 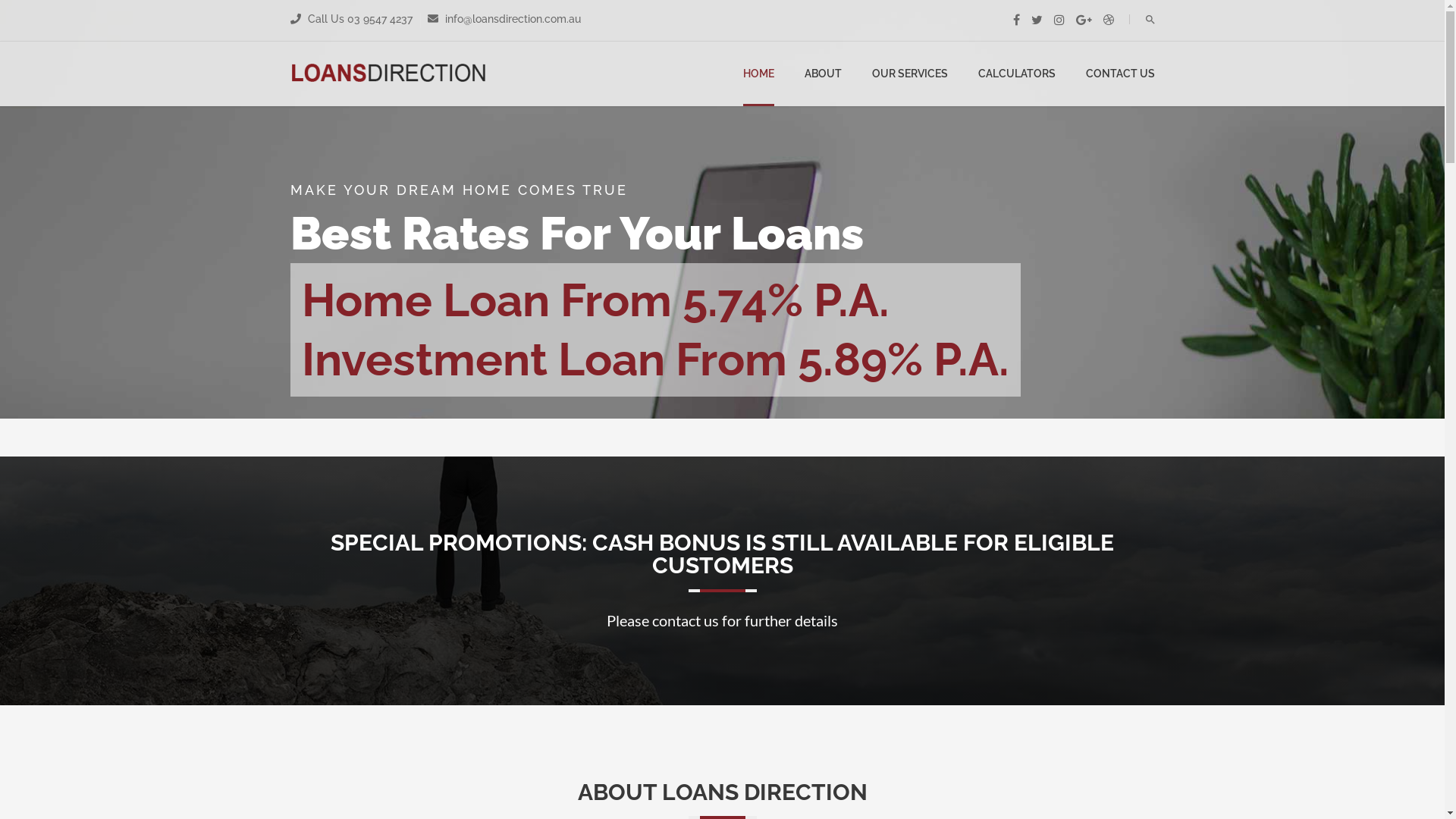 I want to click on 'CALCULATORS', so click(x=978, y=74).